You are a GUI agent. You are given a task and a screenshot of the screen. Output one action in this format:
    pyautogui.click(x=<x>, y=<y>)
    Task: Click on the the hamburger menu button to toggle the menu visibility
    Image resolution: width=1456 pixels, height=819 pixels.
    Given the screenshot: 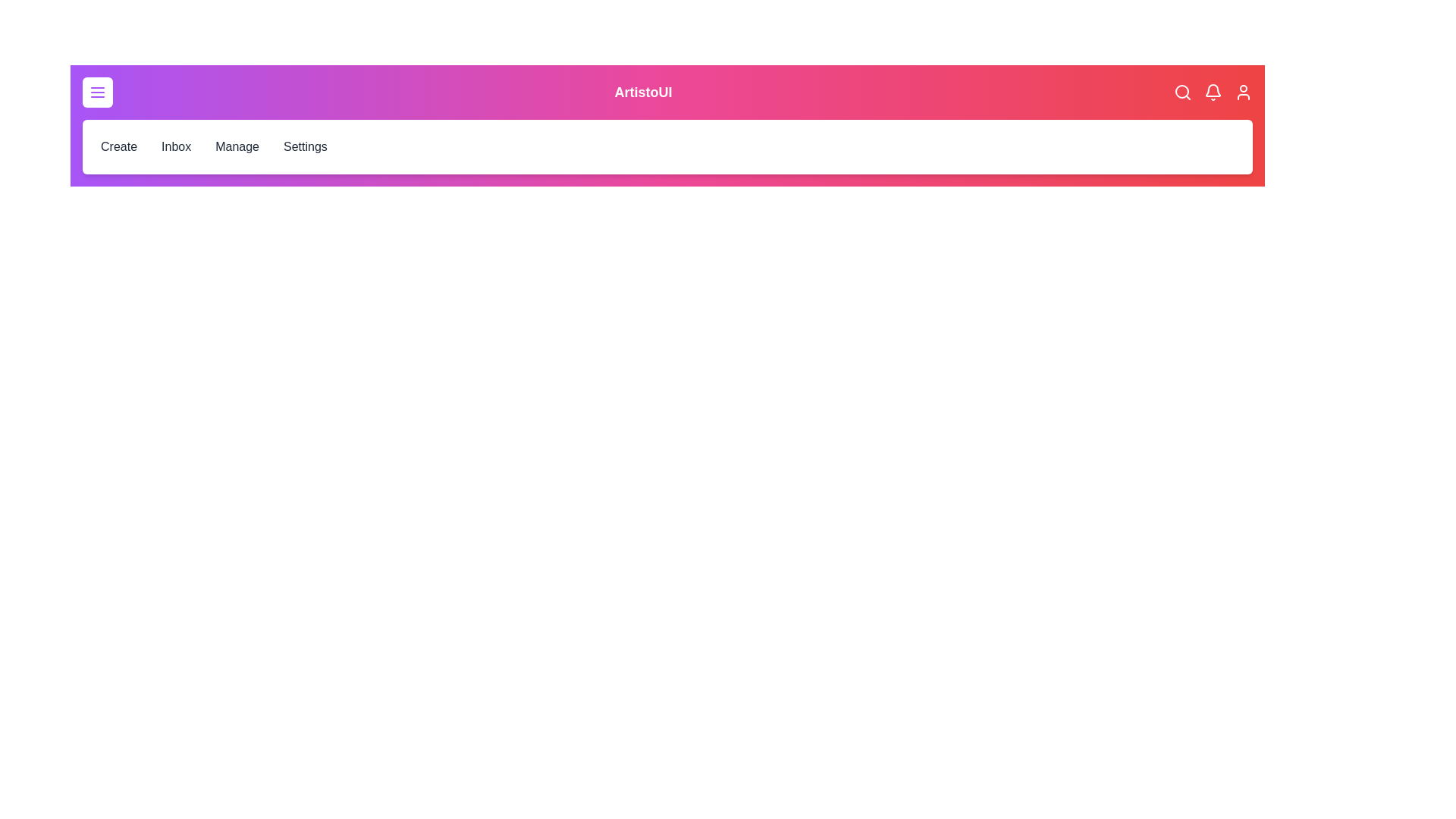 What is the action you would take?
    pyautogui.click(x=97, y=93)
    